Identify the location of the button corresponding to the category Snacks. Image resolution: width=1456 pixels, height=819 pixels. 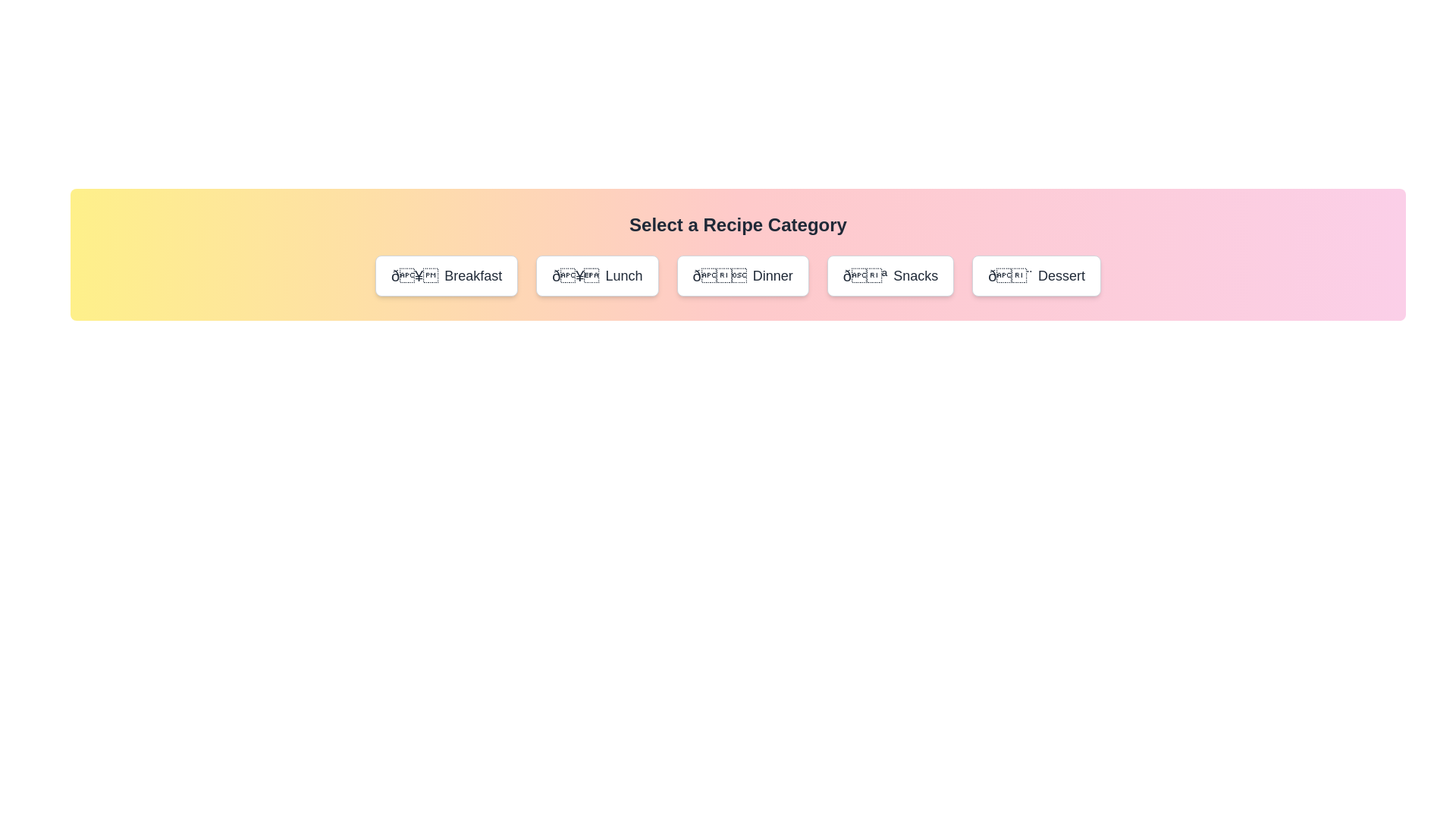
(890, 275).